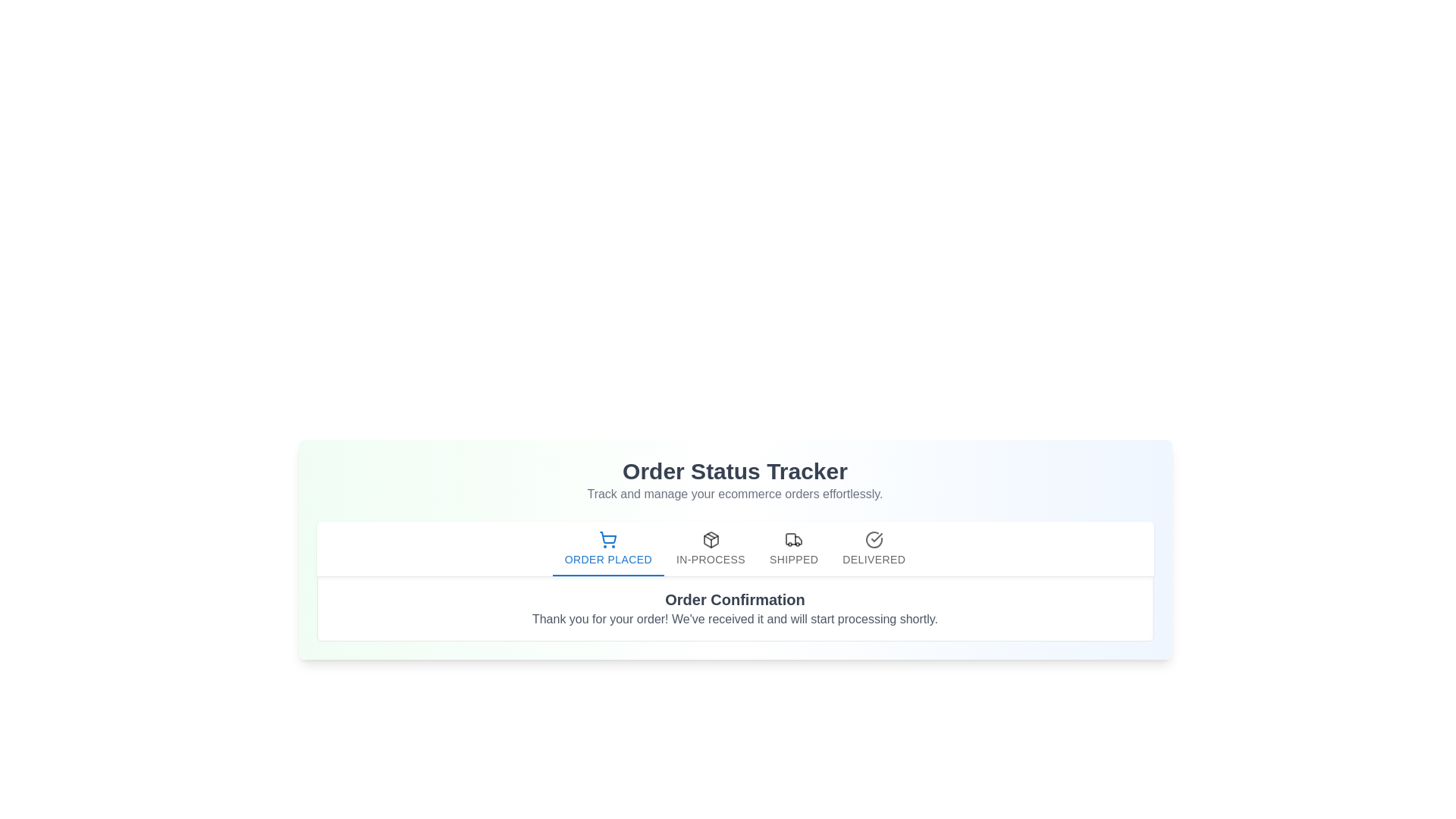 The width and height of the screenshot is (1456, 819). Describe the element at coordinates (793, 539) in the screenshot. I see `the vehicle icon located in the 'Shipped' tab of the order tracking interface, which is the third tab in a sequence of four tabs` at that location.